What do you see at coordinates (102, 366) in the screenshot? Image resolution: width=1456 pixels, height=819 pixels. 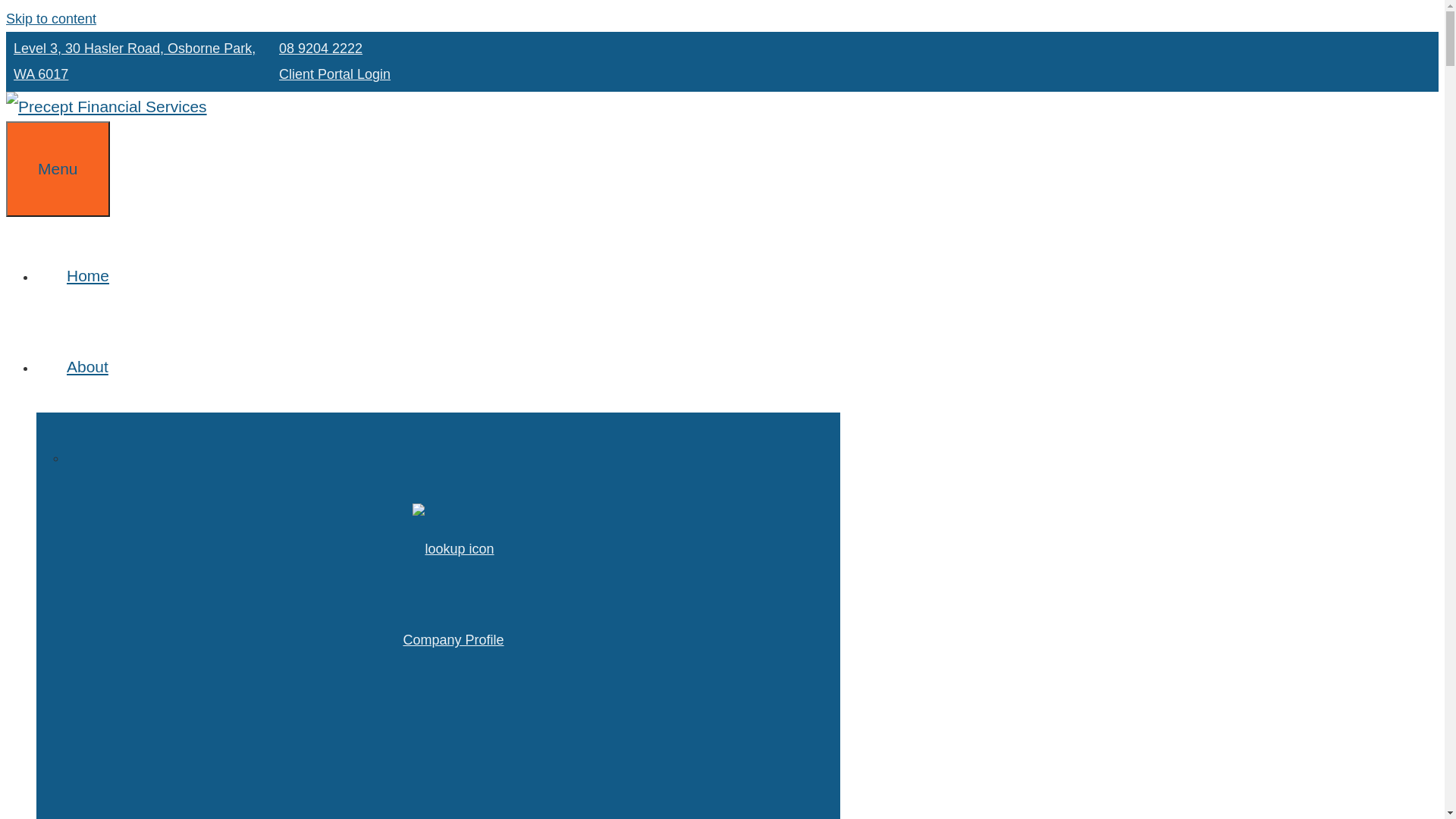 I see `'About'` at bounding box center [102, 366].